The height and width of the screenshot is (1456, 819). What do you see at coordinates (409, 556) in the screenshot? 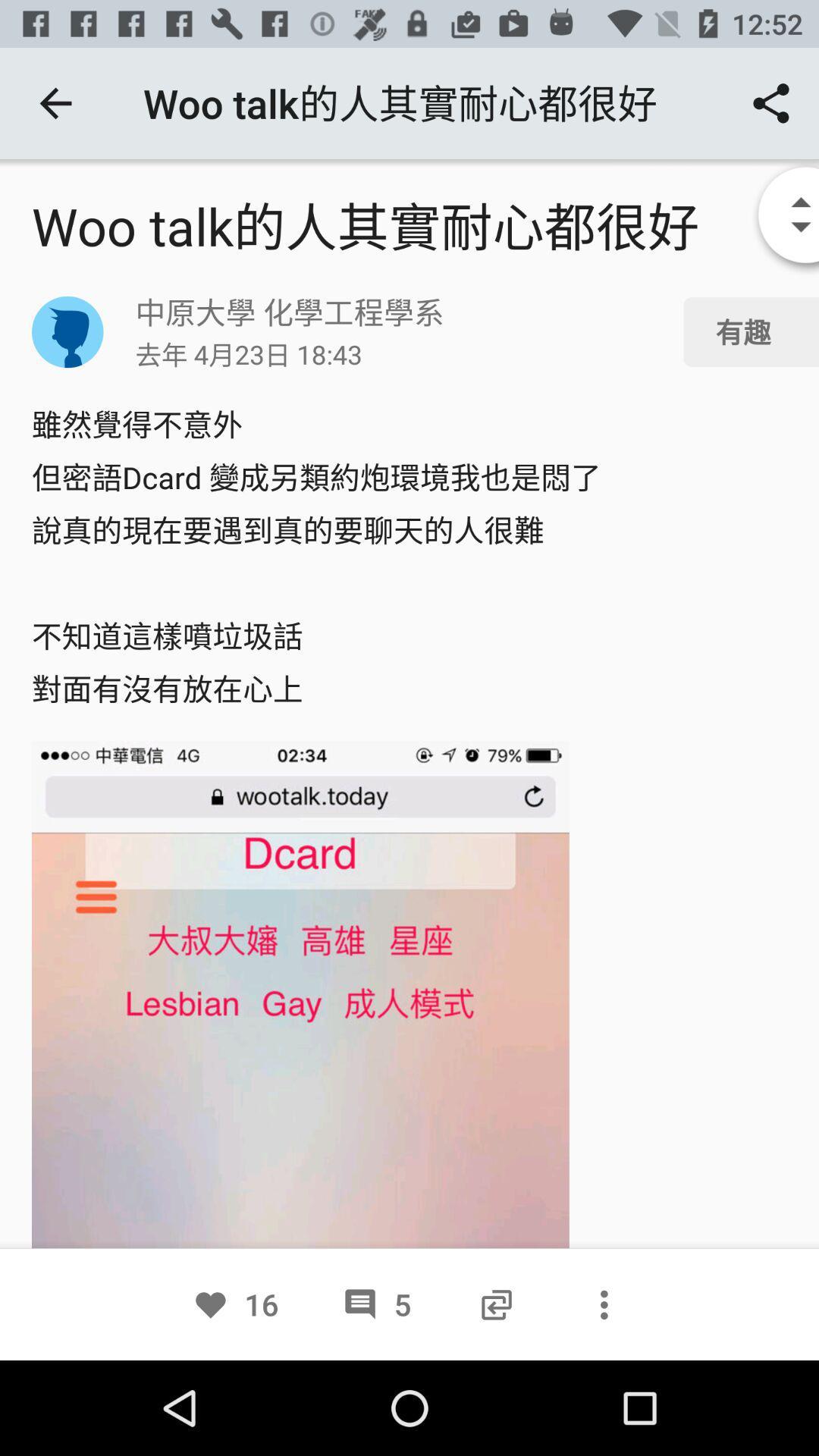
I see `the icon at the center` at bounding box center [409, 556].